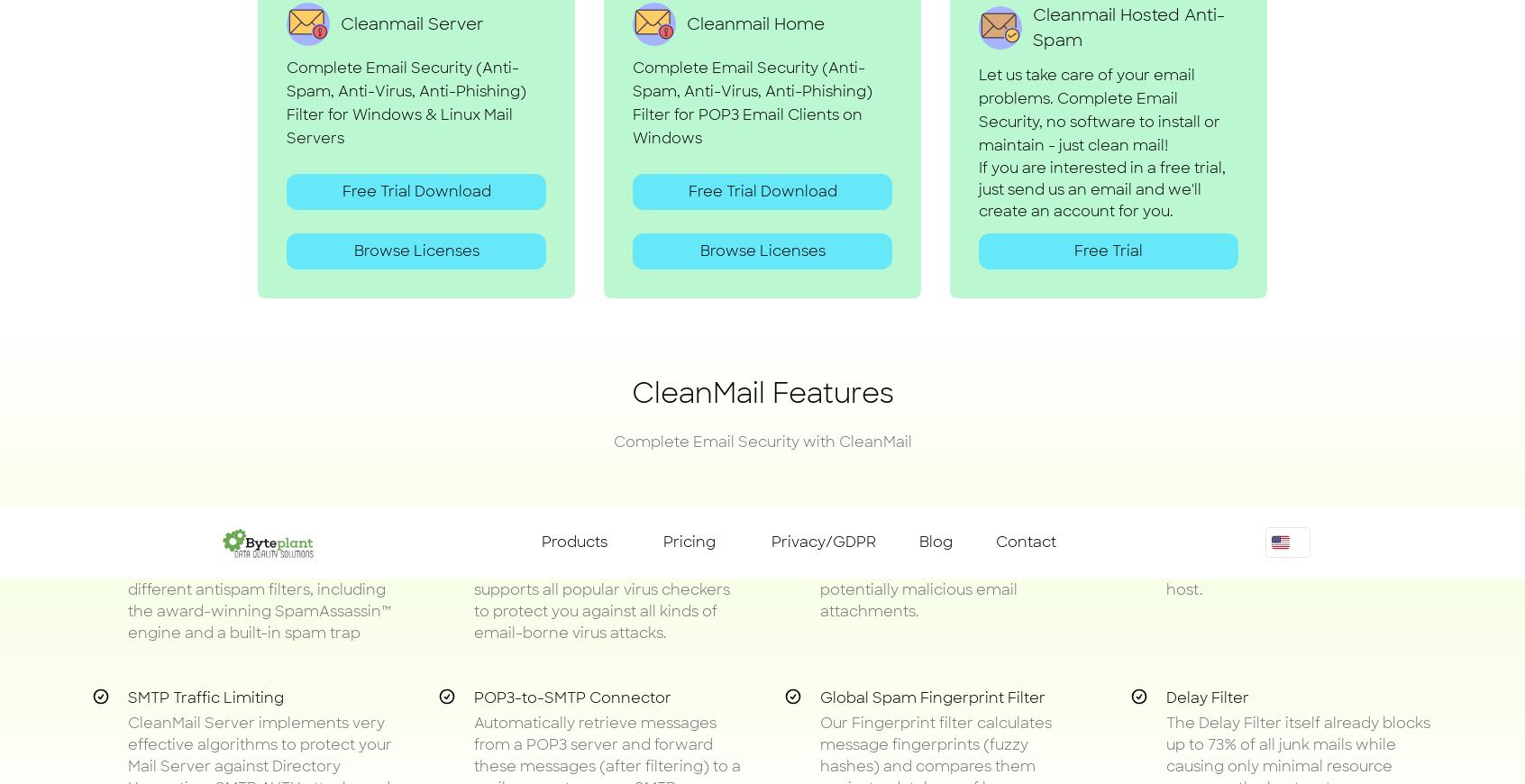 The width and height of the screenshot is (1525, 784). I want to click on 'Sep 8, 2020', so click(961, 355).